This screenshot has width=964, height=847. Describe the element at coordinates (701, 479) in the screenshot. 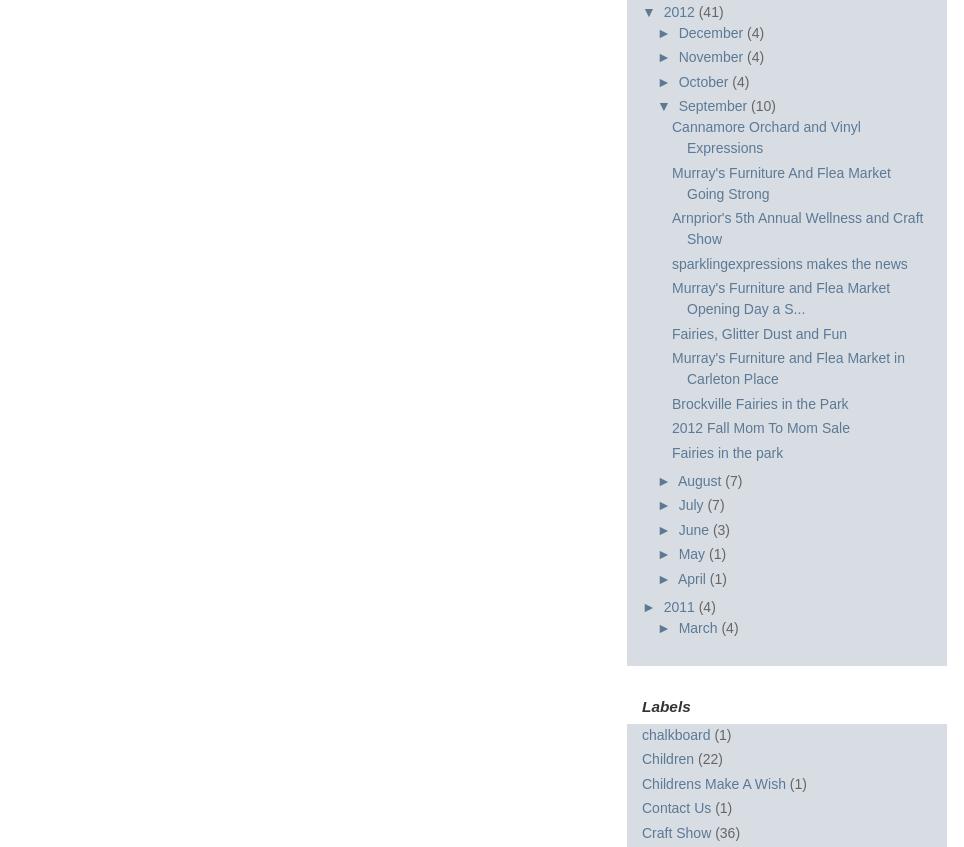

I see `'August'` at that location.